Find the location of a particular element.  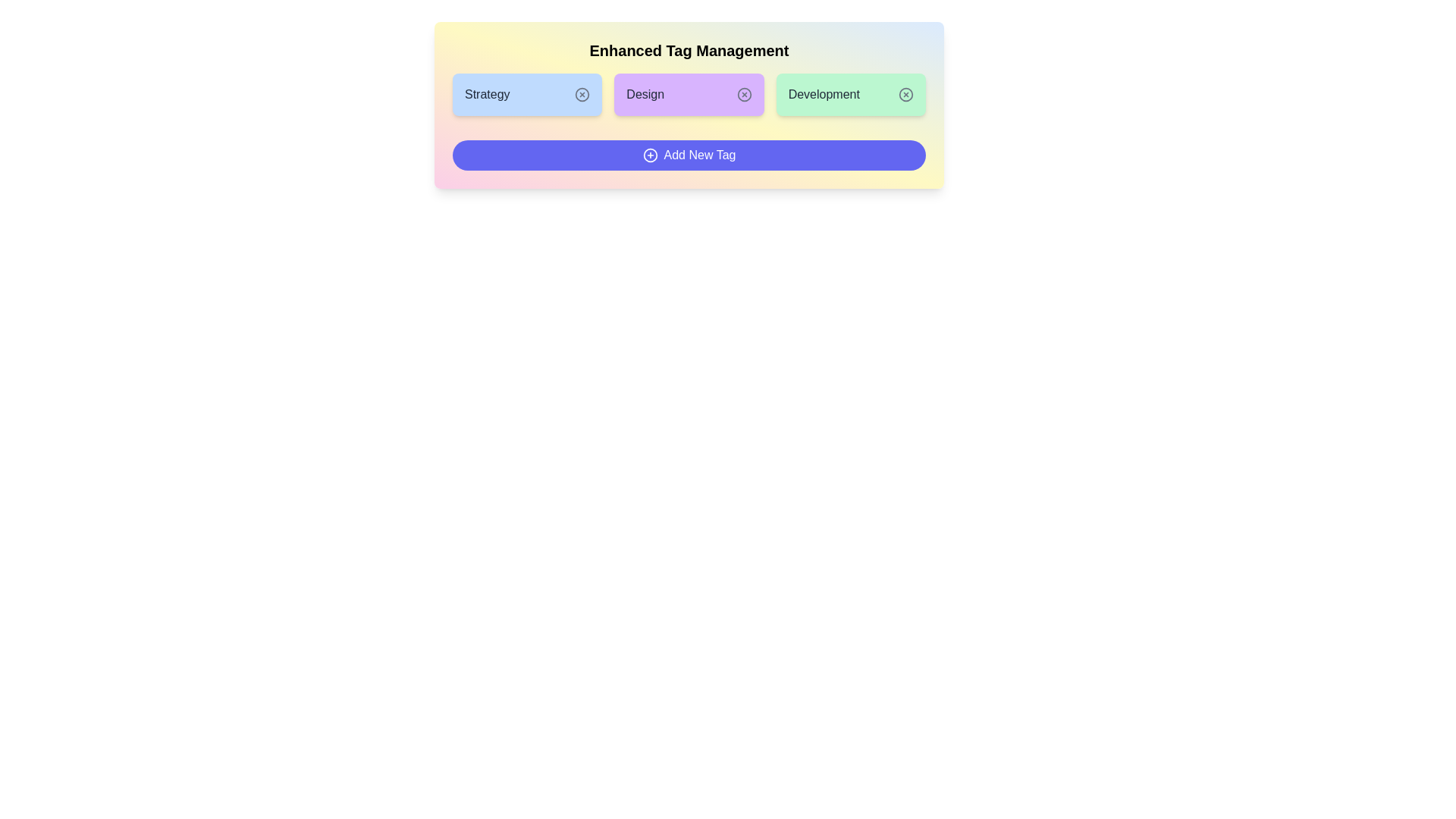

the 'X' button of the tag labeled 'Development' to remove it is located at coordinates (906, 94).